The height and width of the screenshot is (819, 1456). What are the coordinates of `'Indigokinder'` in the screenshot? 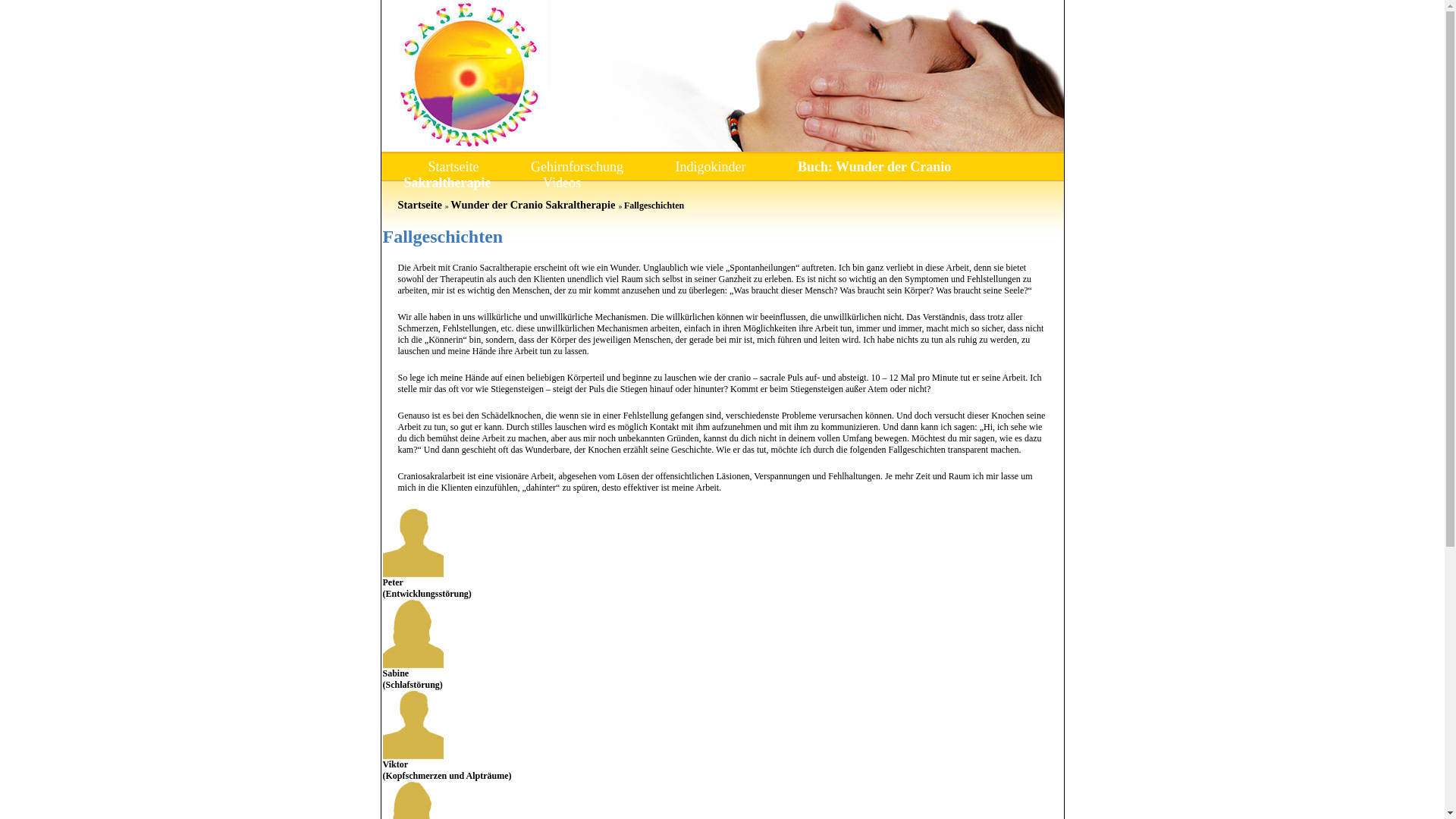 It's located at (709, 166).